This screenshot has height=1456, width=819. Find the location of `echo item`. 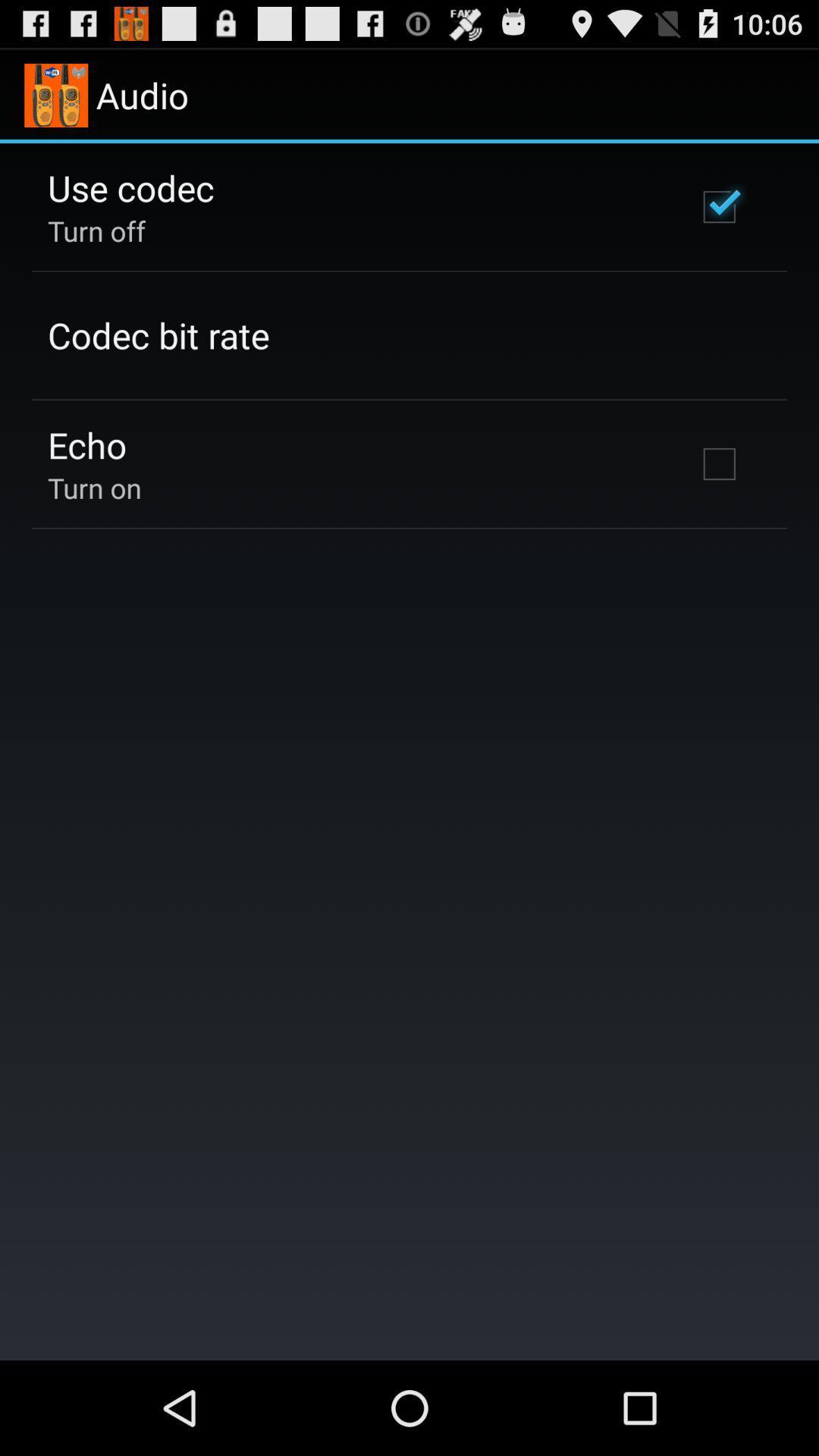

echo item is located at coordinates (87, 444).